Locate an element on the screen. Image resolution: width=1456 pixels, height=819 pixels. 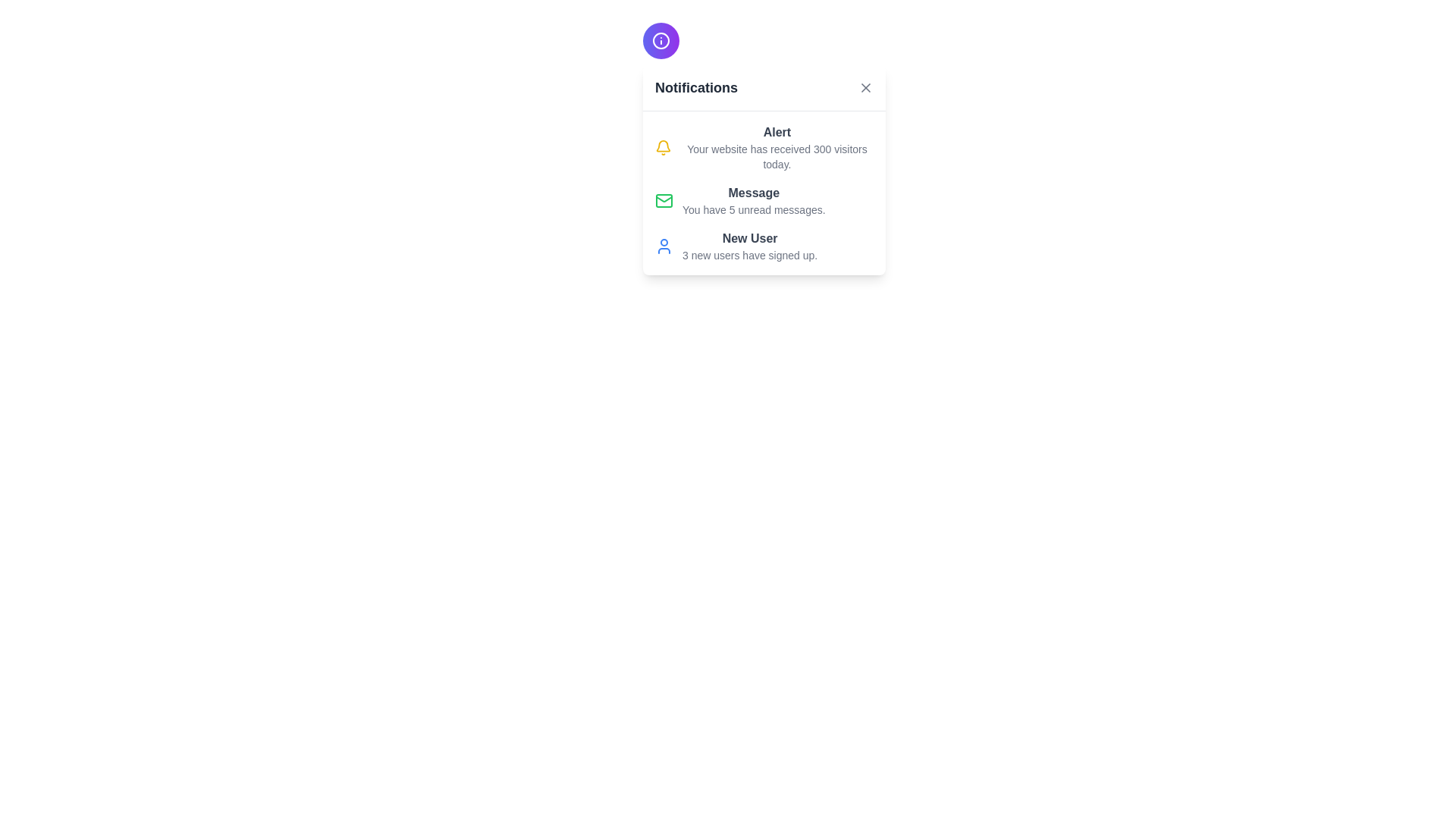
the static text label displaying the message '3 new users have signed up.' which is located in the notification dropdown beneath the heading 'New User' is located at coordinates (750, 254).